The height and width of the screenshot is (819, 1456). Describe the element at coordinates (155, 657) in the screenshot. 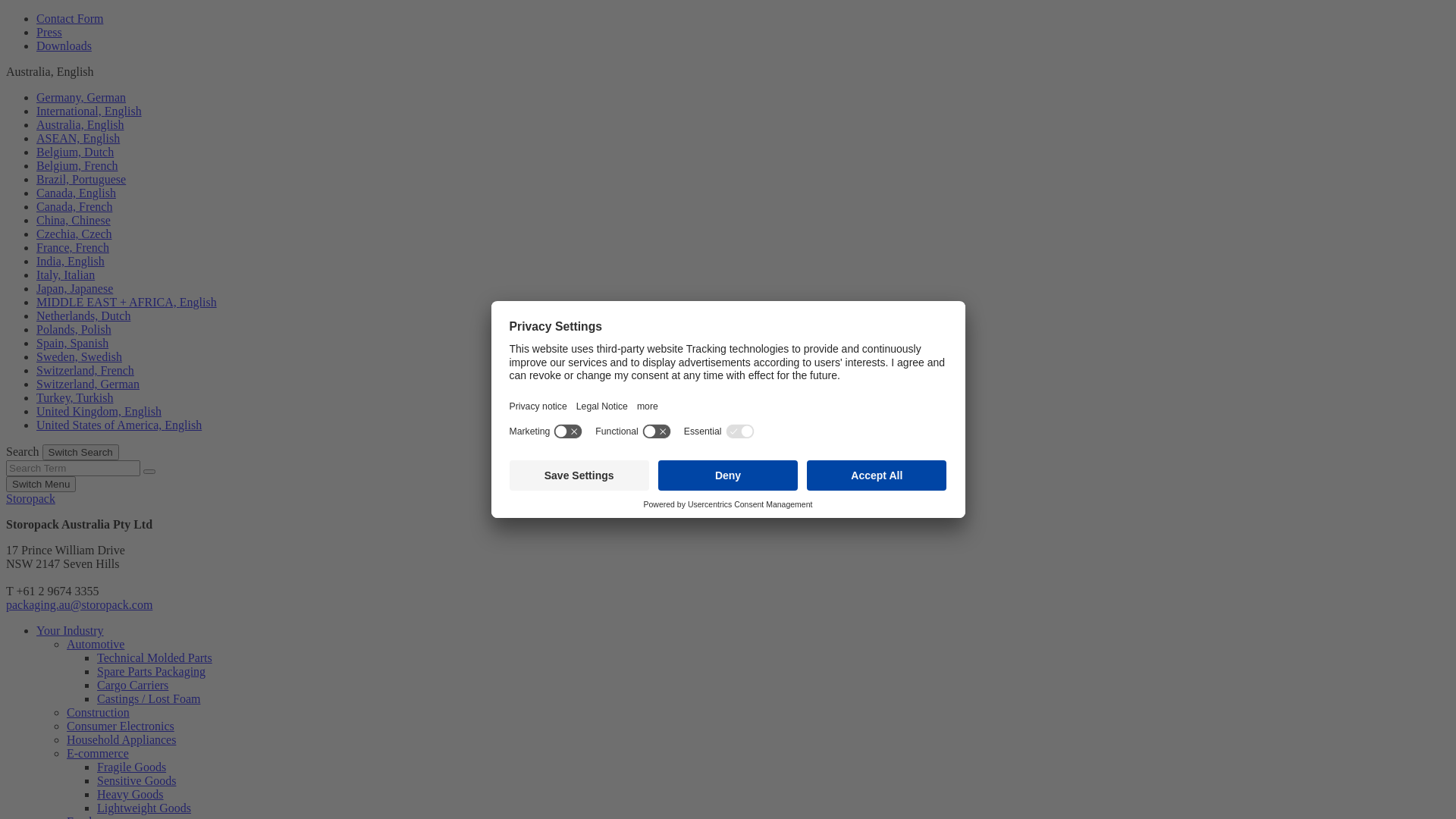

I see `'Technical Molded Parts'` at that location.